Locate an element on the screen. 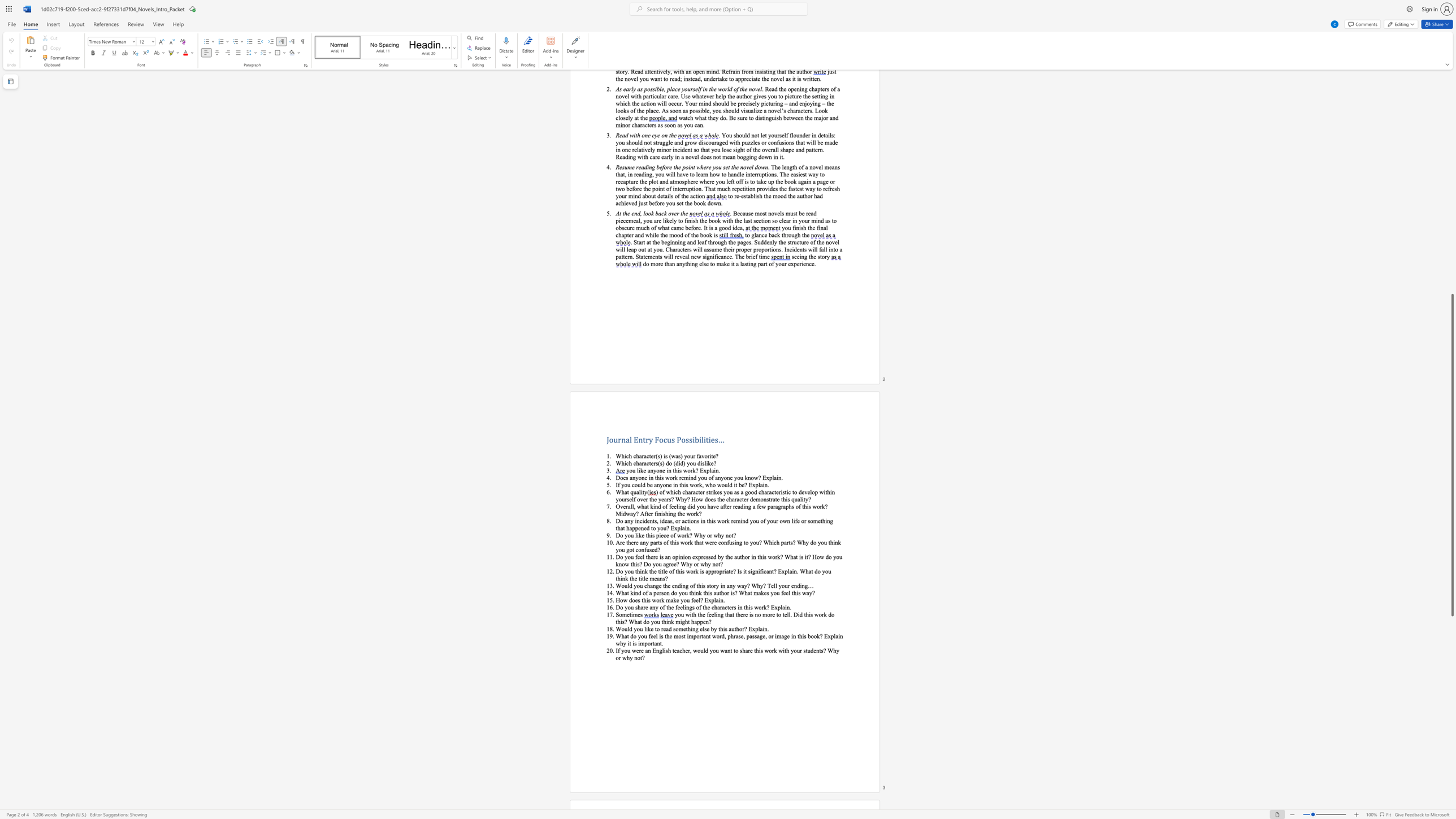 This screenshot has width=1456, height=819. the subset text "ne in this work? Expl" within the text "you like anyone in this work? Explain." is located at coordinates (658, 469).